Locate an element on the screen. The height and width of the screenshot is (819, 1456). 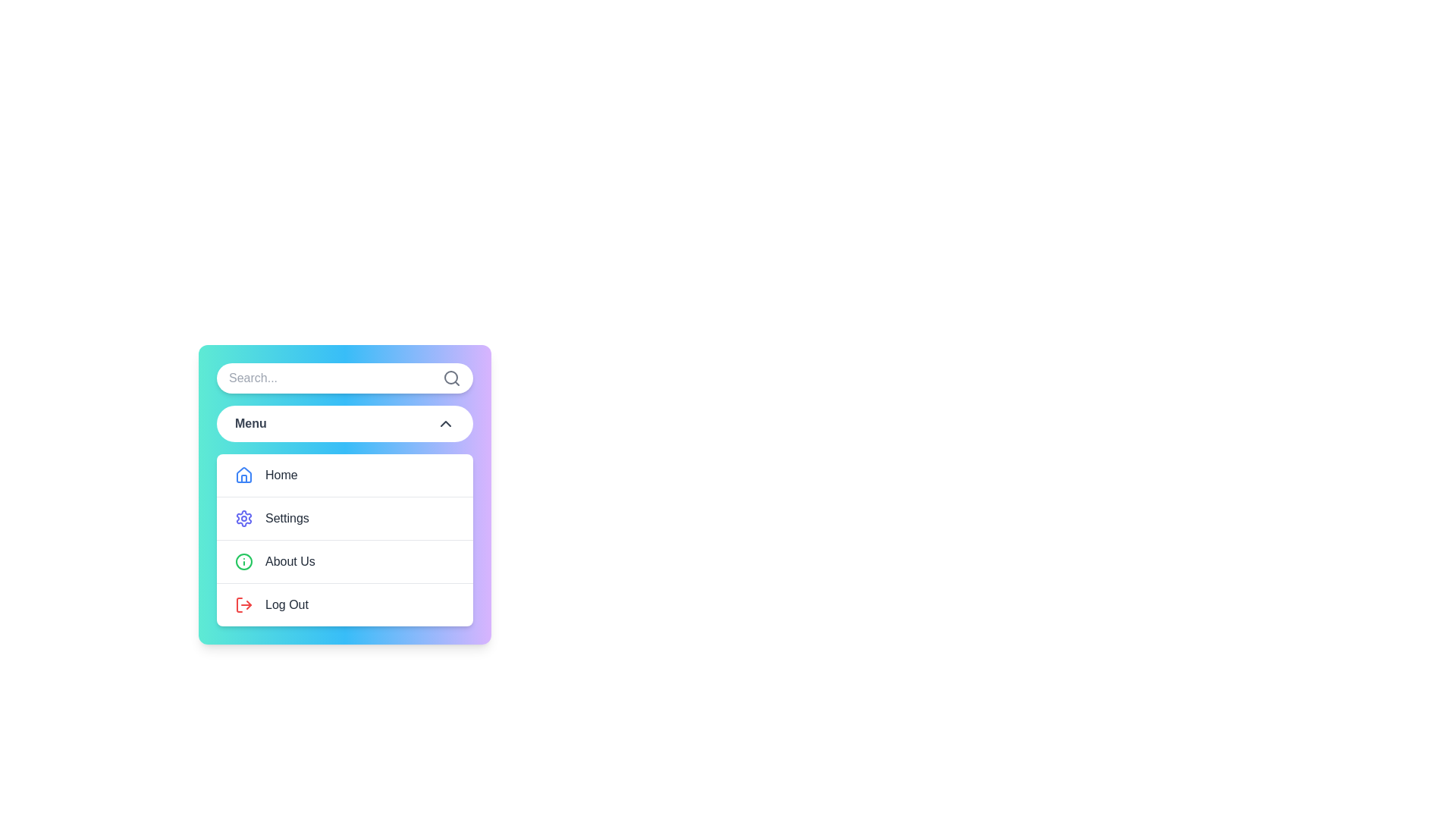
the SVG circle element with a green stroke located at the center of the 'About Us' menu option in the dropdown menu is located at coordinates (243, 561).